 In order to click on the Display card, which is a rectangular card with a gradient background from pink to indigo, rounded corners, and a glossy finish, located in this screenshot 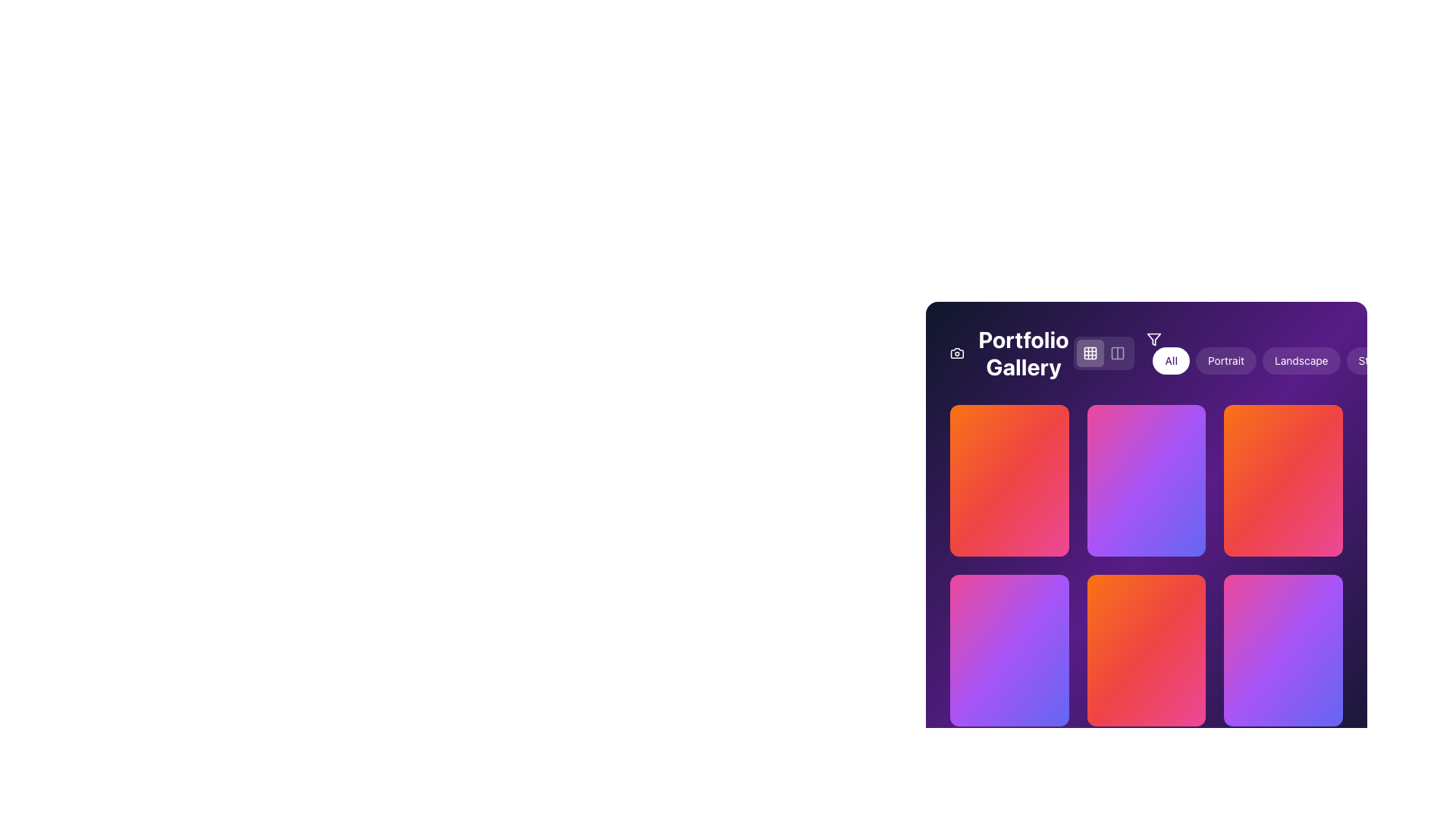, I will do `click(1009, 649)`.